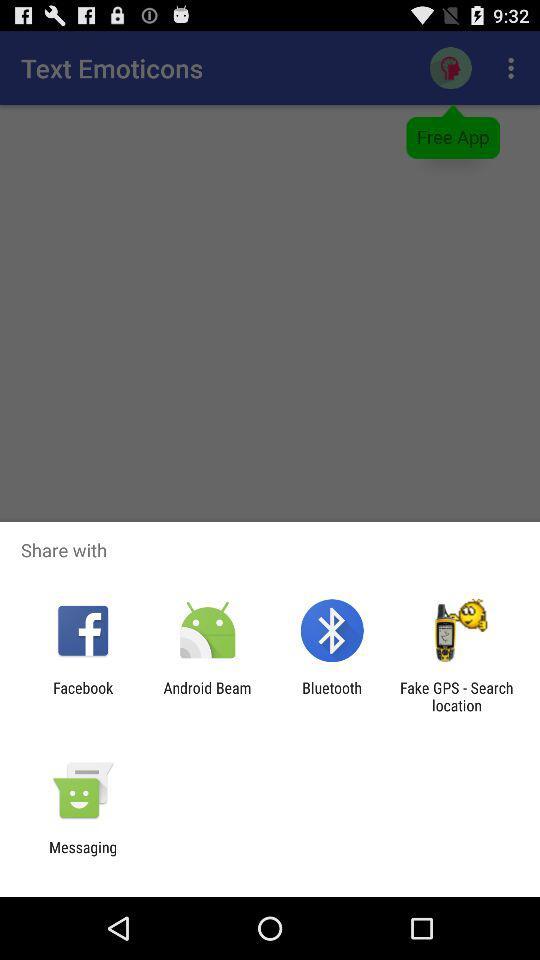 This screenshot has width=540, height=960. What do you see at coordinates (206, 696) in the screenshot?
I see `the item to the left of bluetooth app` at bounding box center [206, 696].